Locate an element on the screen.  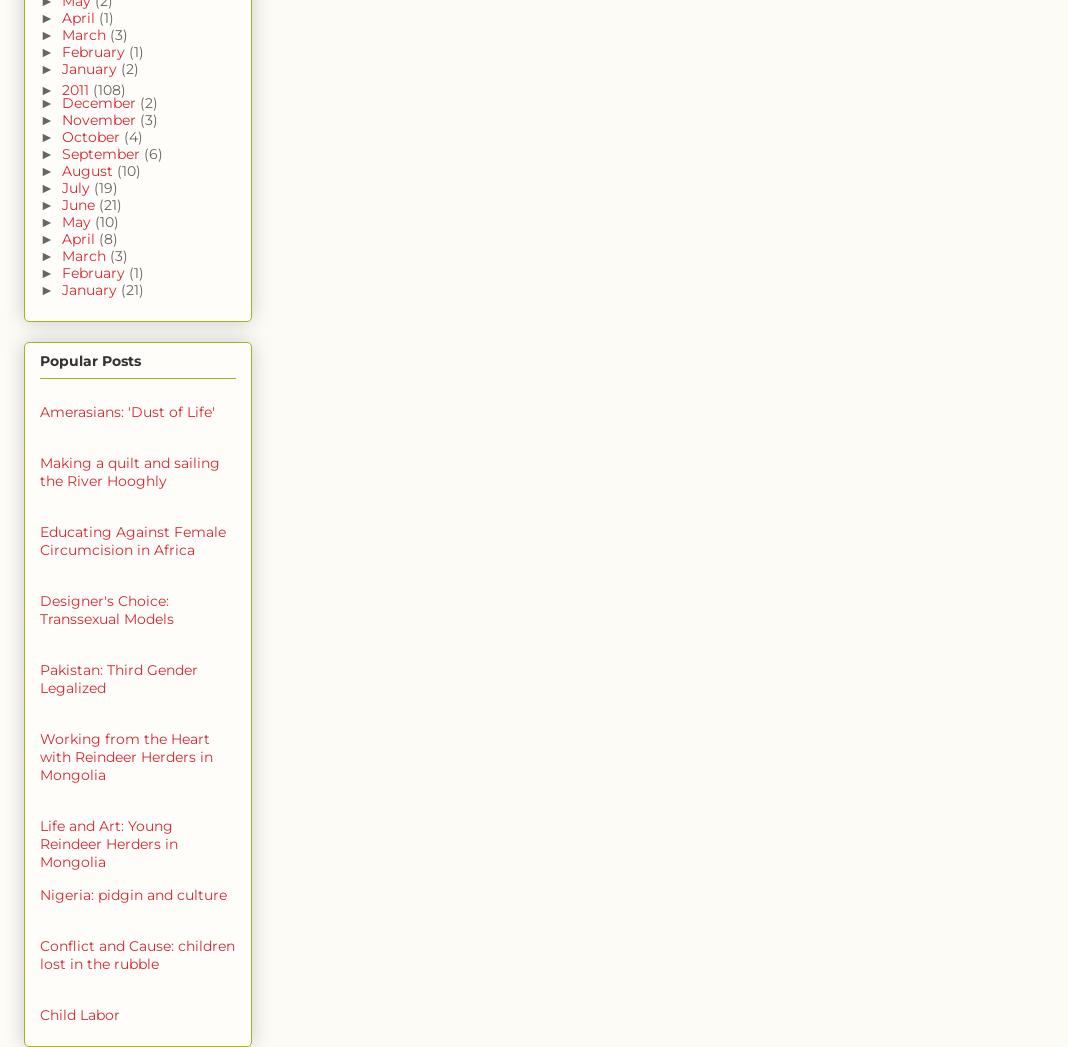
'Conflict and Cause: children lost in the rubble' is located at coordinates (137, 953).